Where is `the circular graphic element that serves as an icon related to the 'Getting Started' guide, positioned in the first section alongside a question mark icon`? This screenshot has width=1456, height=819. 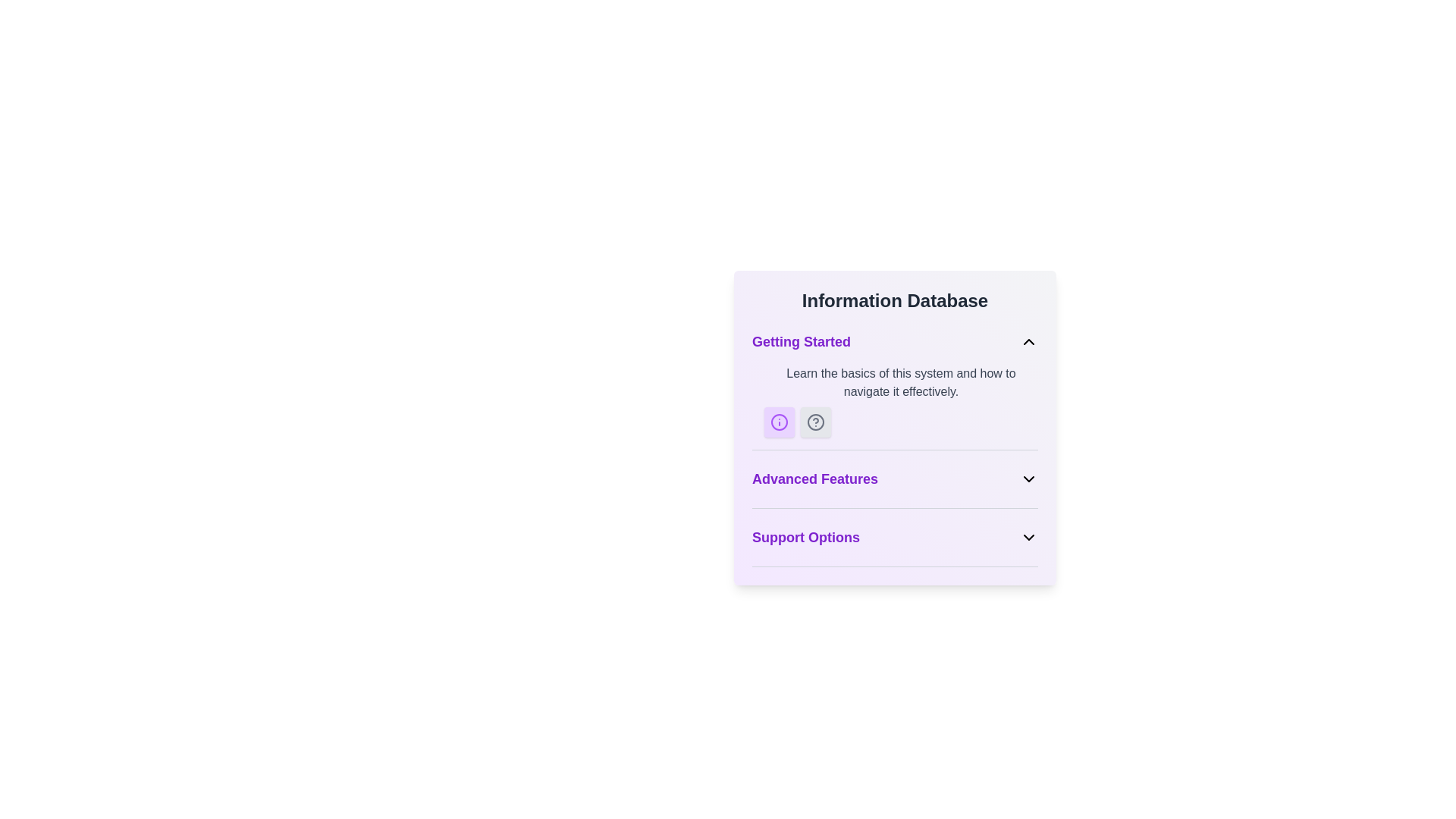
the circular graphic element that serves as an icon related to the 'Getting Started' guide, positioned in the first section alongside a question mark icon is located at coordinates (779, 422).